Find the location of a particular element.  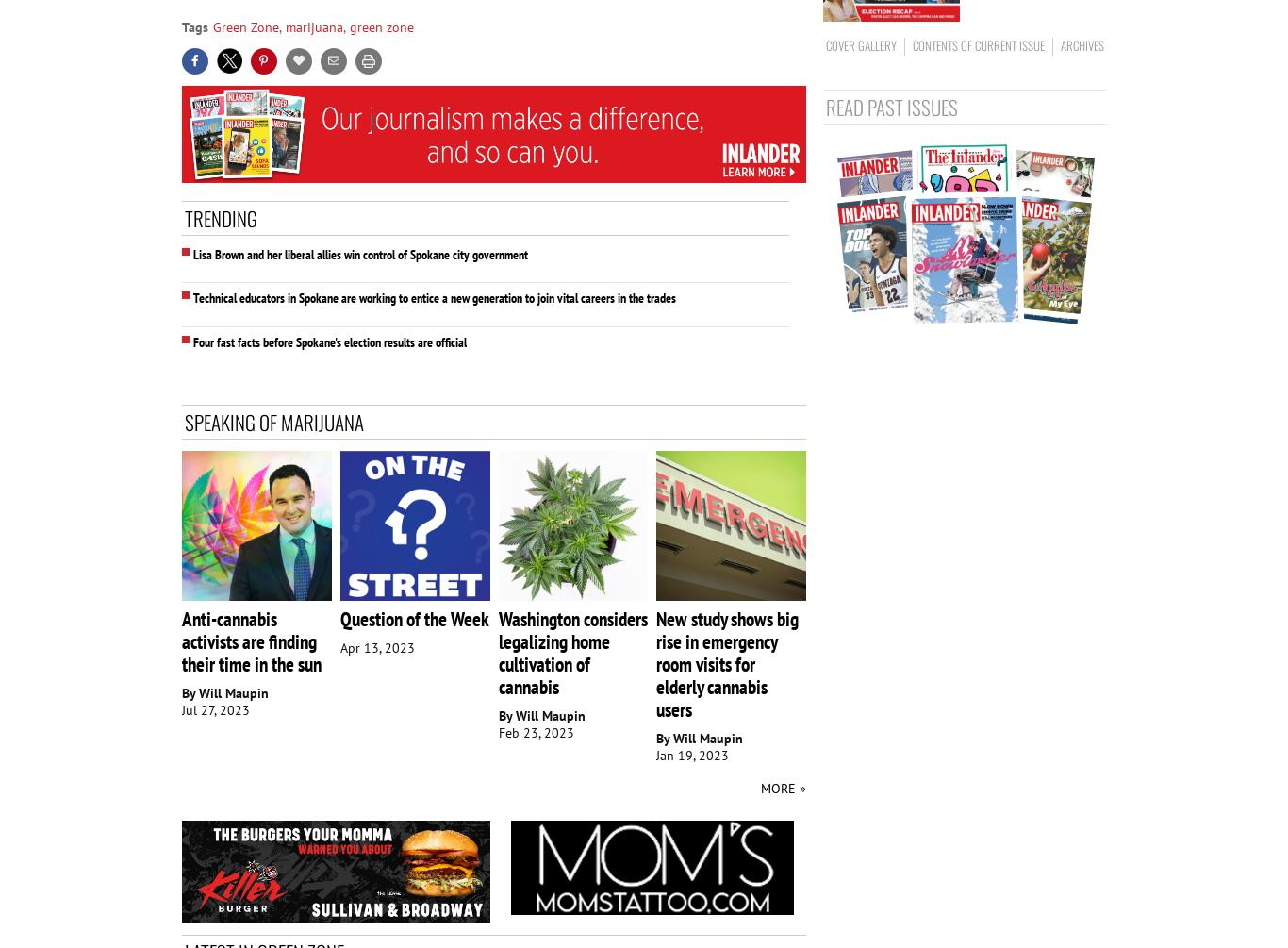

'Washington considers legalizing home cultivation of cannabis' is located at coordinates (571, 653).